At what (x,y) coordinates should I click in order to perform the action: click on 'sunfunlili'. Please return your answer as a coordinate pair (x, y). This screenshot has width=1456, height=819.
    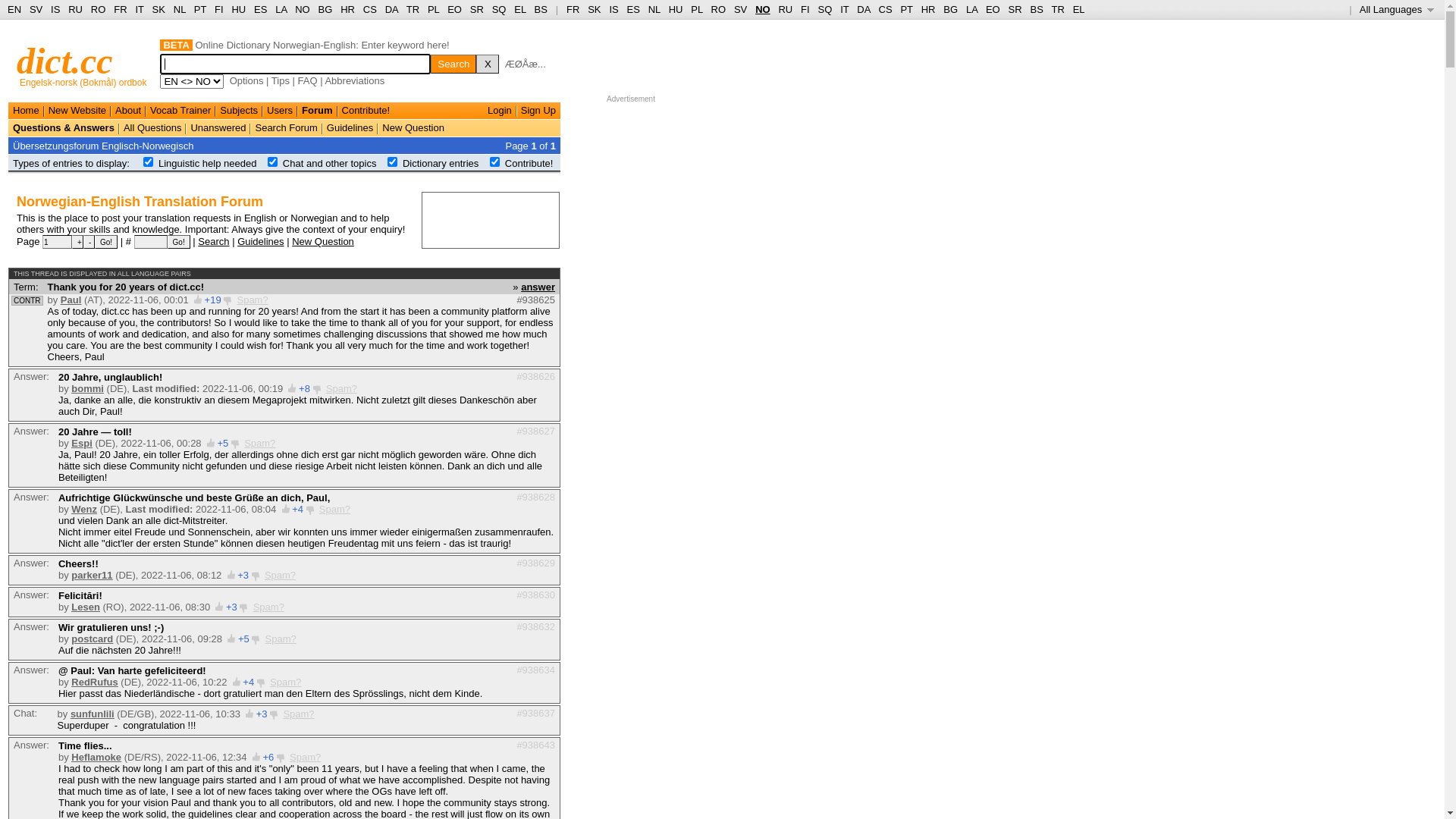
    Looking at the image, I should click on (69, 714).